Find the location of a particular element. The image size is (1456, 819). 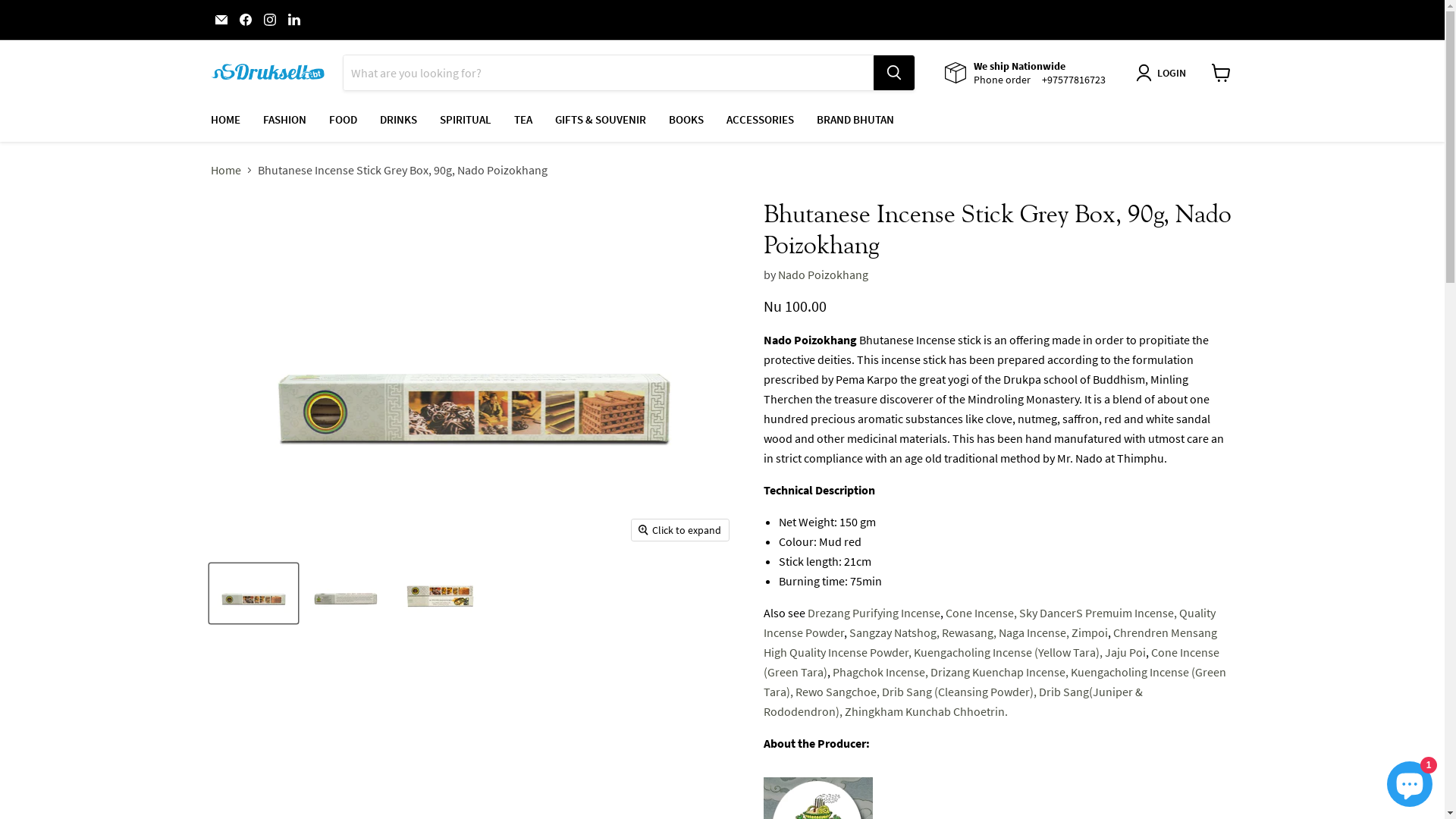

'DRINKS' is located at coordinates (398, 119).